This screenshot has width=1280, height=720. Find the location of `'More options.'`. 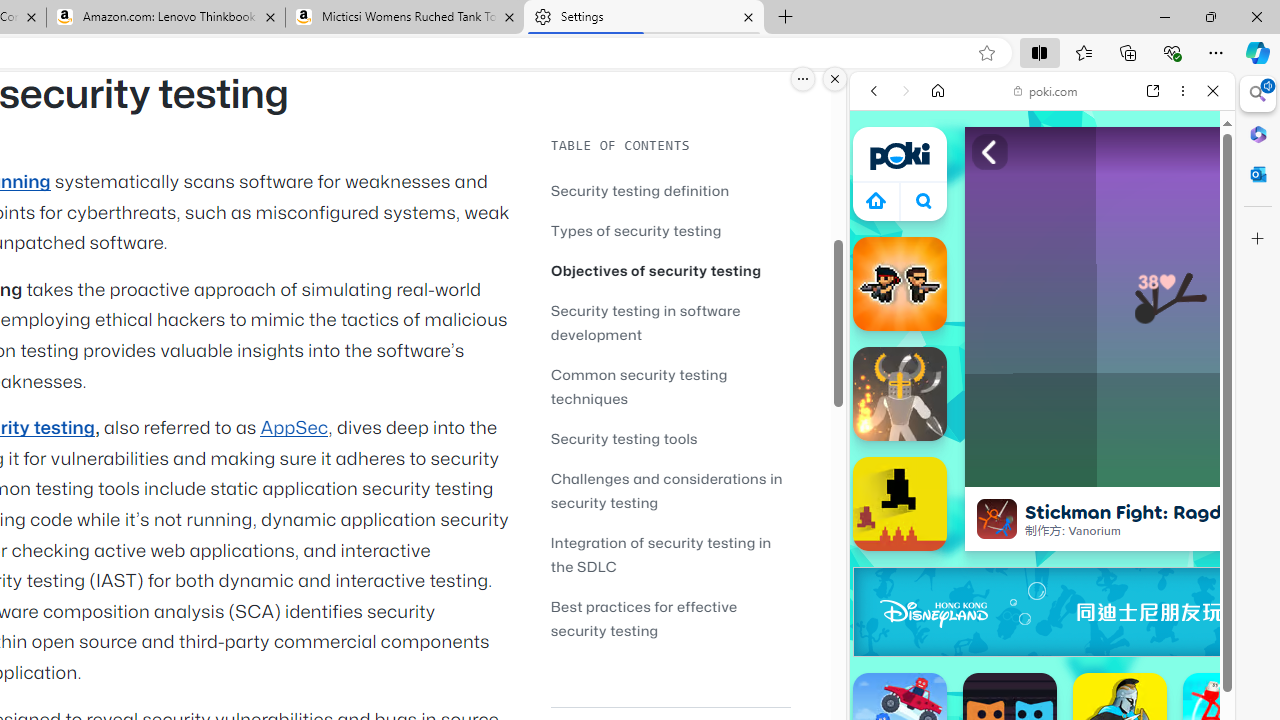

'More options.' is located at coordinates (803, 78).